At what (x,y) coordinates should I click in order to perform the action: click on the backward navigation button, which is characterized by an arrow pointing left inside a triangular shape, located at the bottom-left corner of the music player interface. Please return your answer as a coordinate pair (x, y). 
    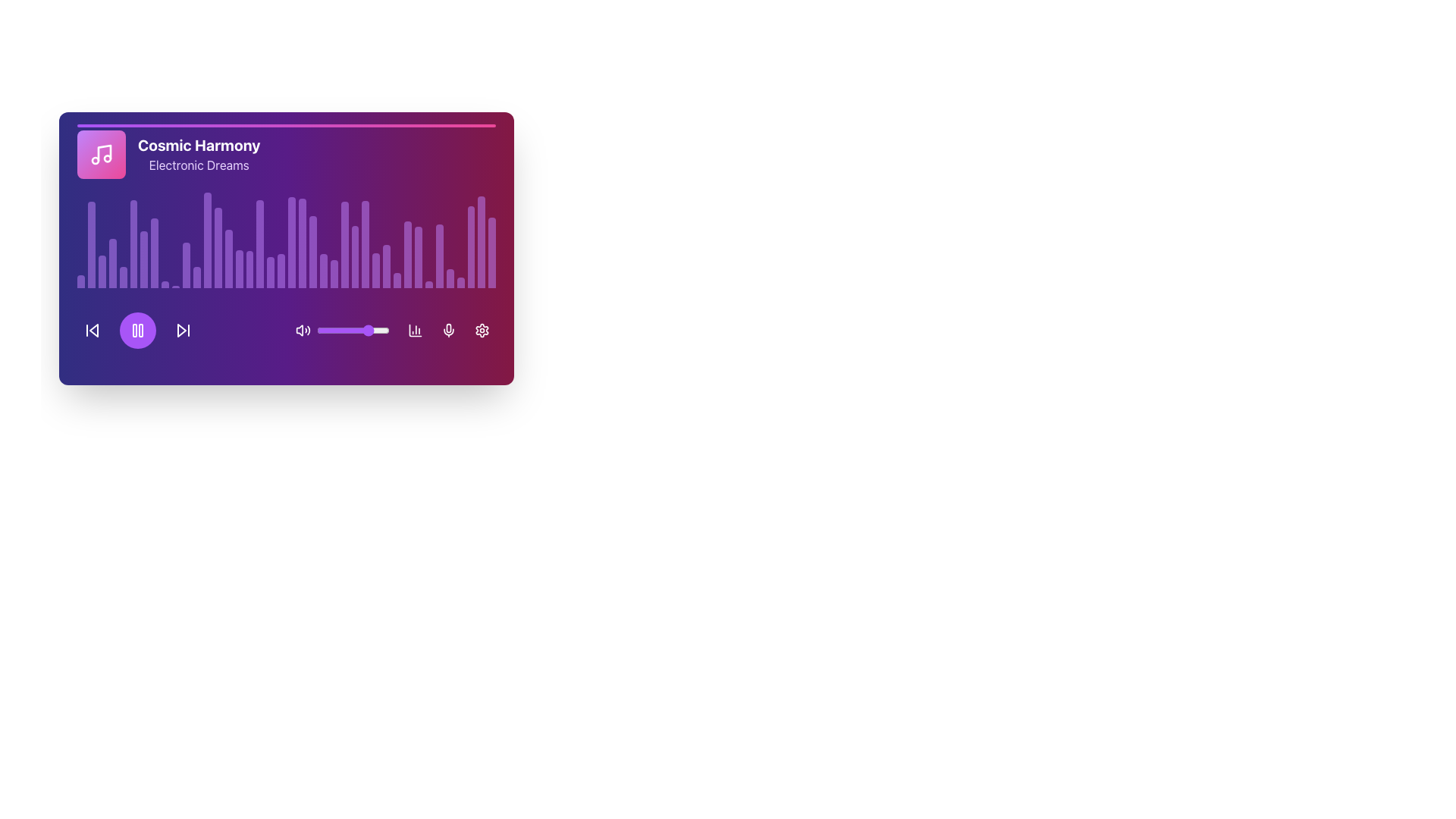
    Looking at the image, I should click on (91, 329).